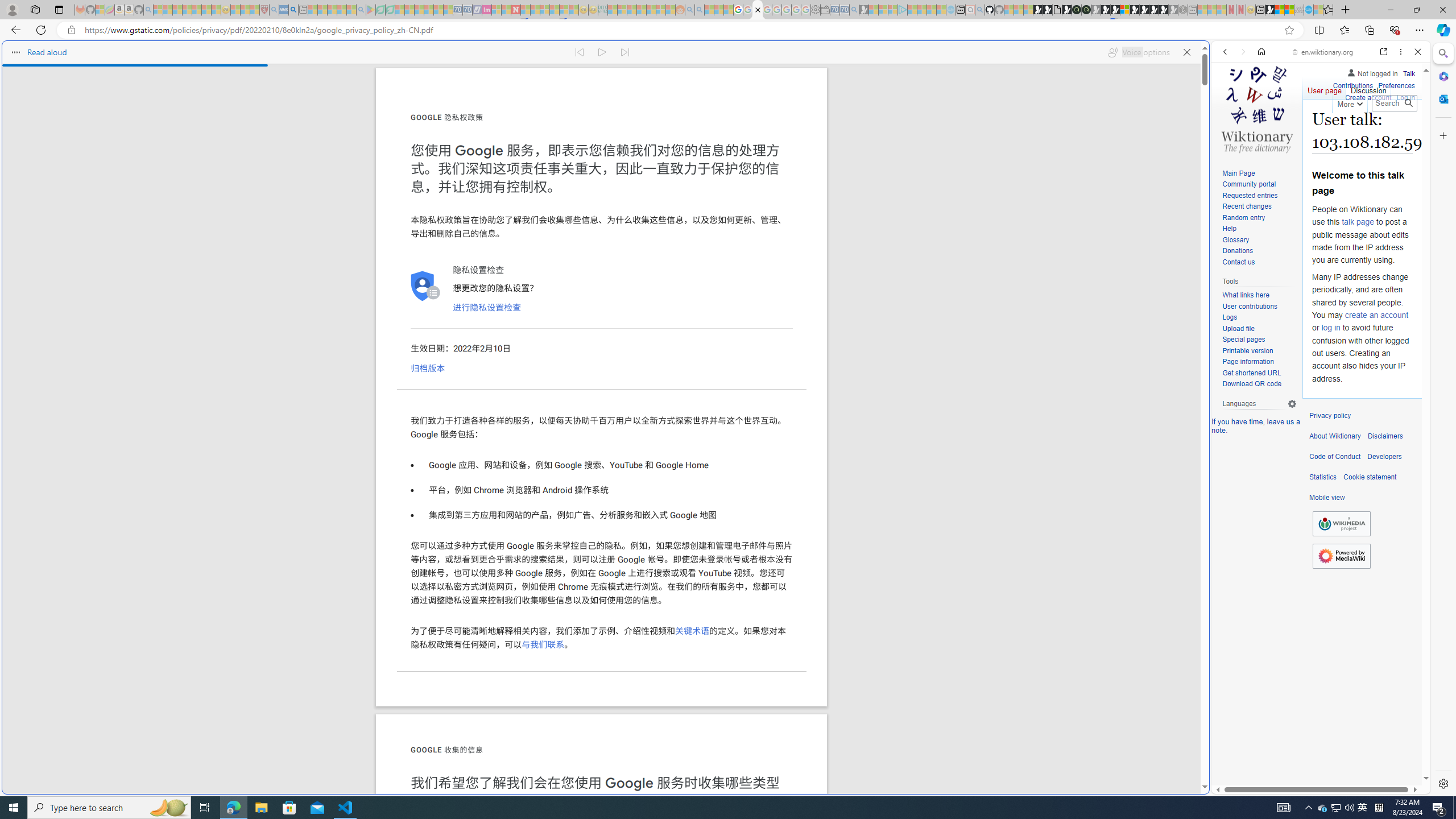 This screenshot has height=819, width=1456. What do you see at coordinates (1106, 9) in the screenshot?
I see `'Play Cave FRVR in your browser | Games from Microsoft Start'` at bounding box center [1106, 9].